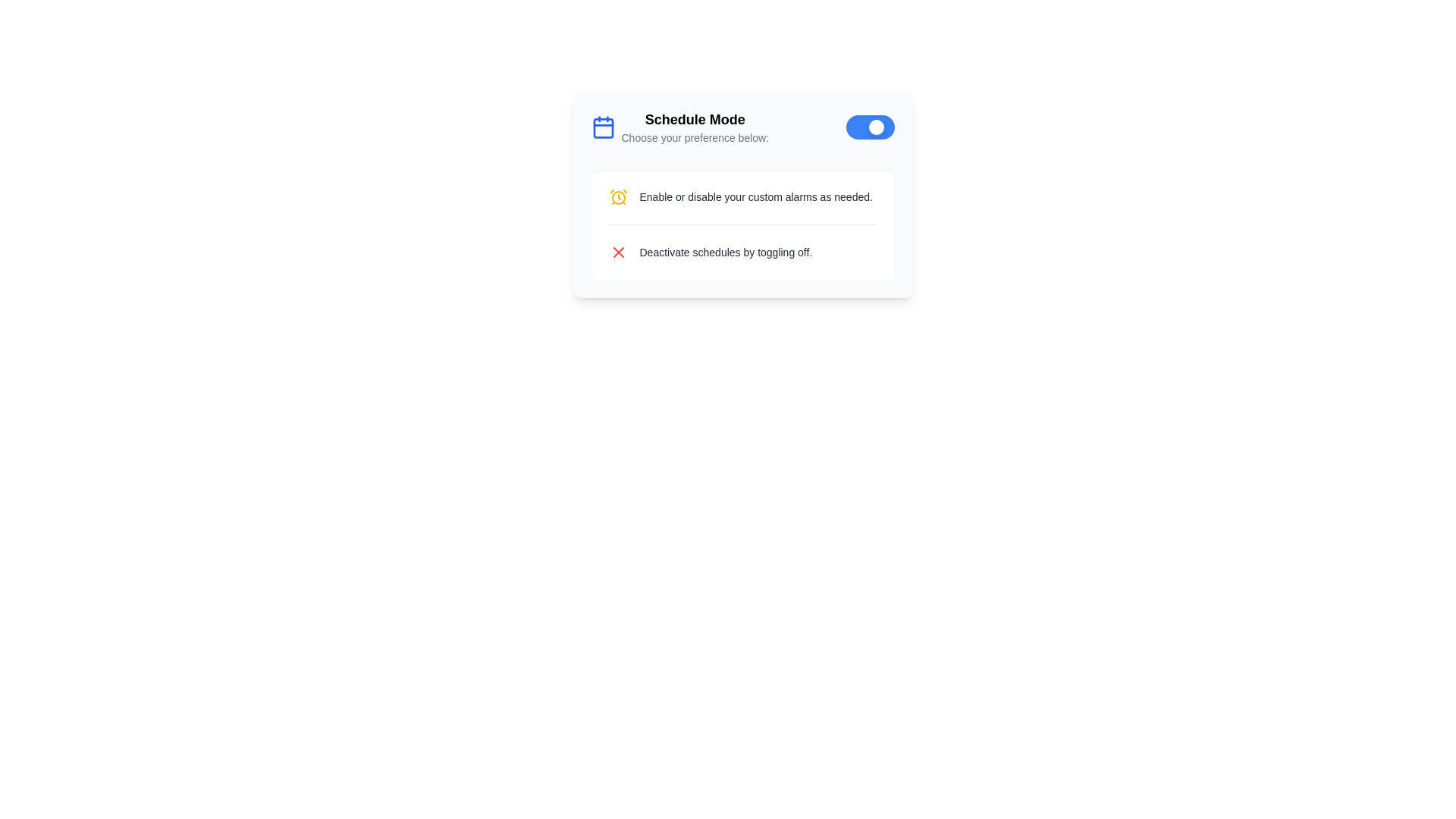 The width and height of the screenshot is (1456, 819). I want to click on the square icon with curved corners located near the center of the calendar icon in the 'Schedule Mode' section, so click(602, 127).